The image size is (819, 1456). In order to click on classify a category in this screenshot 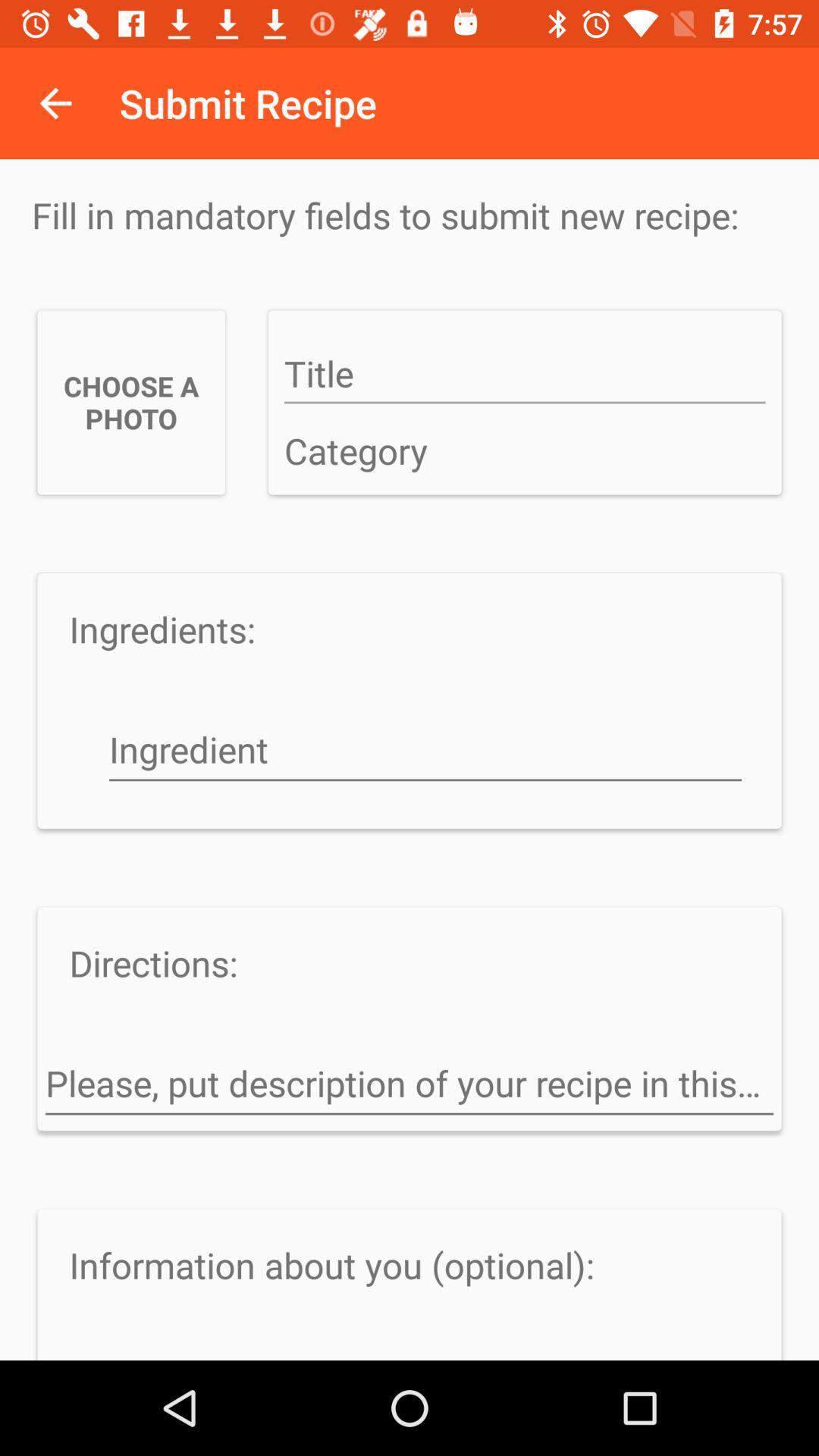, I will do `click(524, 451)`.